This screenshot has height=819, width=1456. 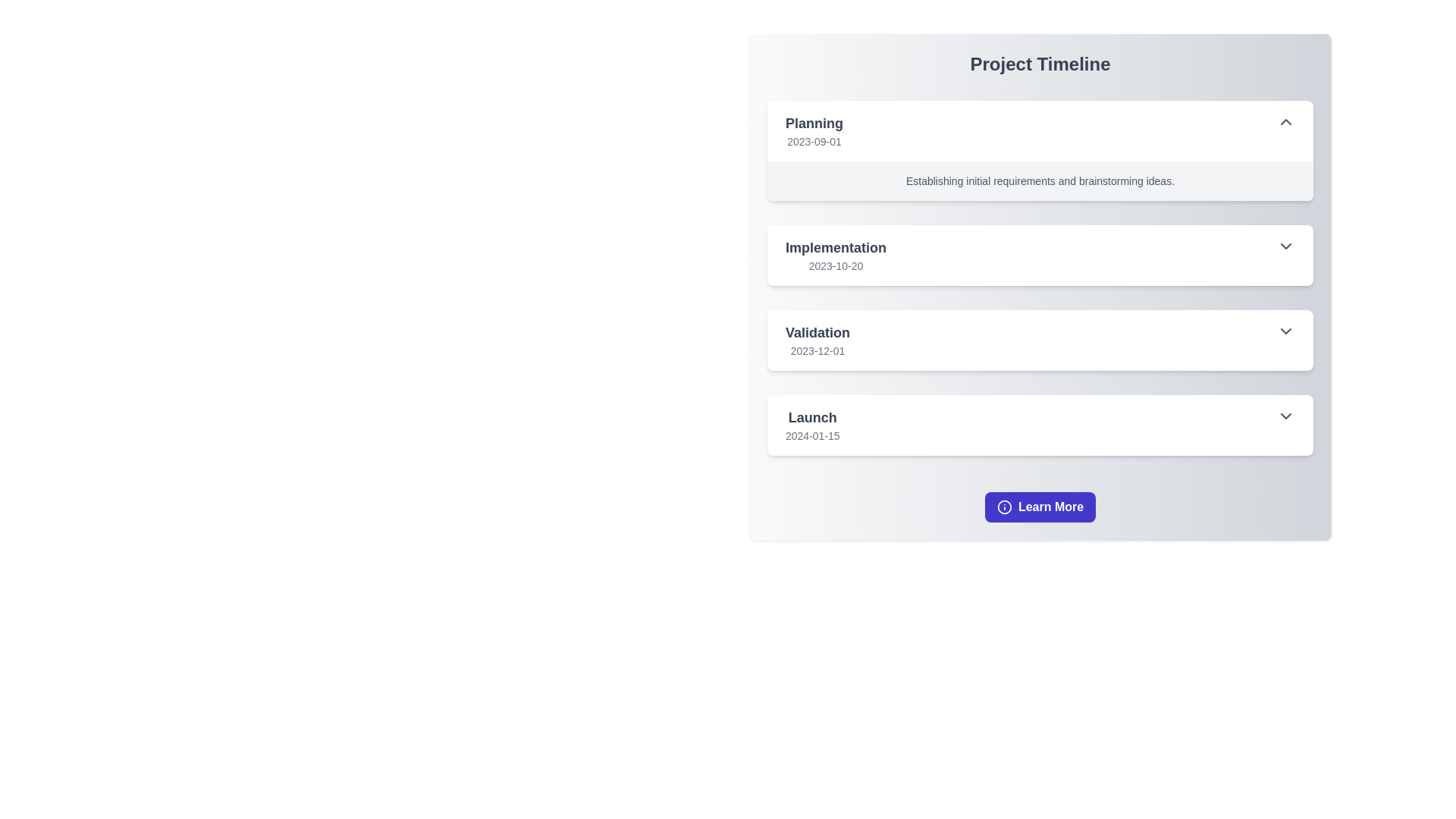 What do you see at coordinates (1285, 245) in the screenshot?
I see `the toggle button icon located in the top-right corner of the 'Implementation' section of the 'Project Timeline' interface` at bounding box center [1285, 245].